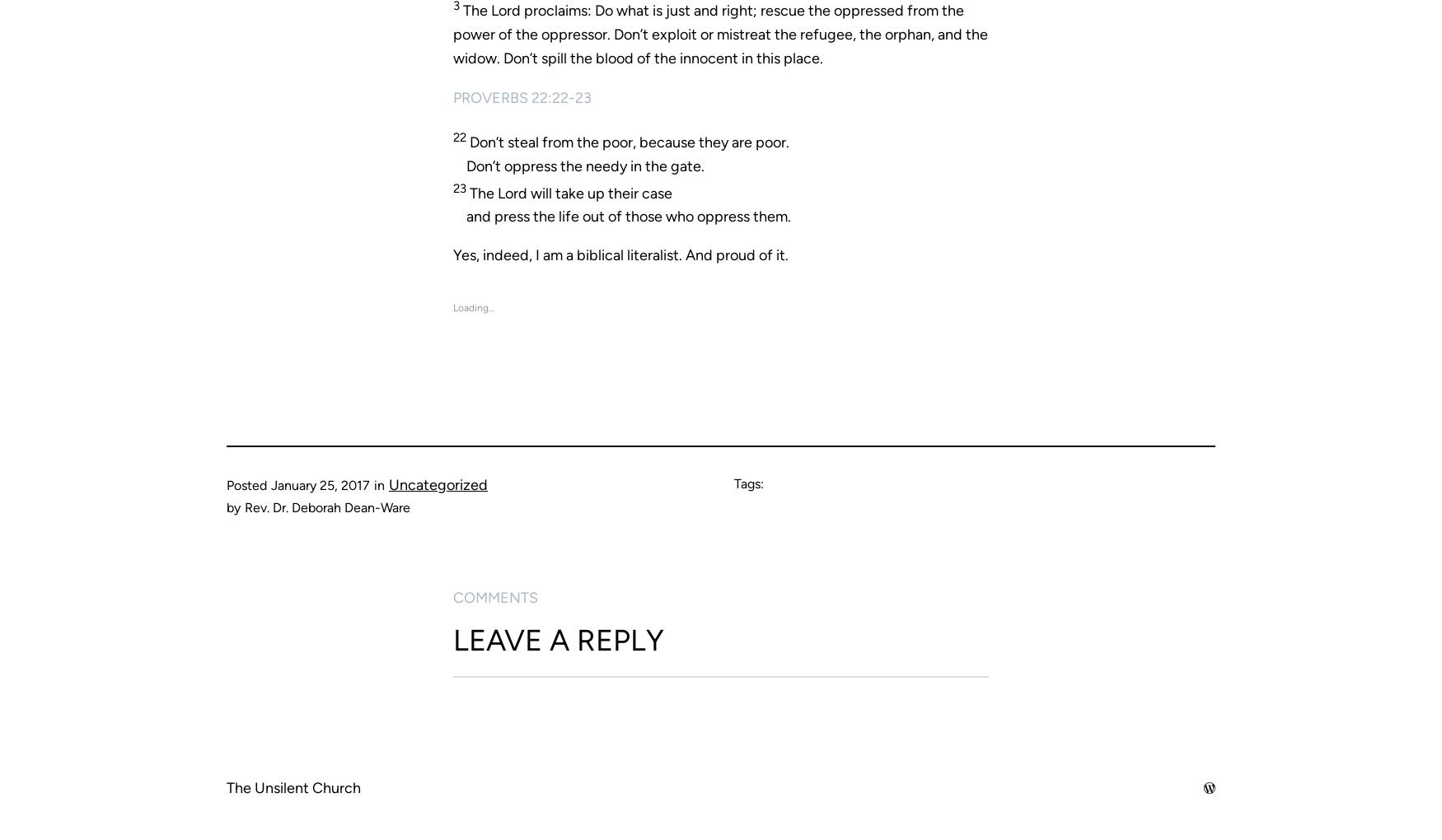 This screenshot has height=840, width=1442. I want to click on 'in', so click(379, 484).